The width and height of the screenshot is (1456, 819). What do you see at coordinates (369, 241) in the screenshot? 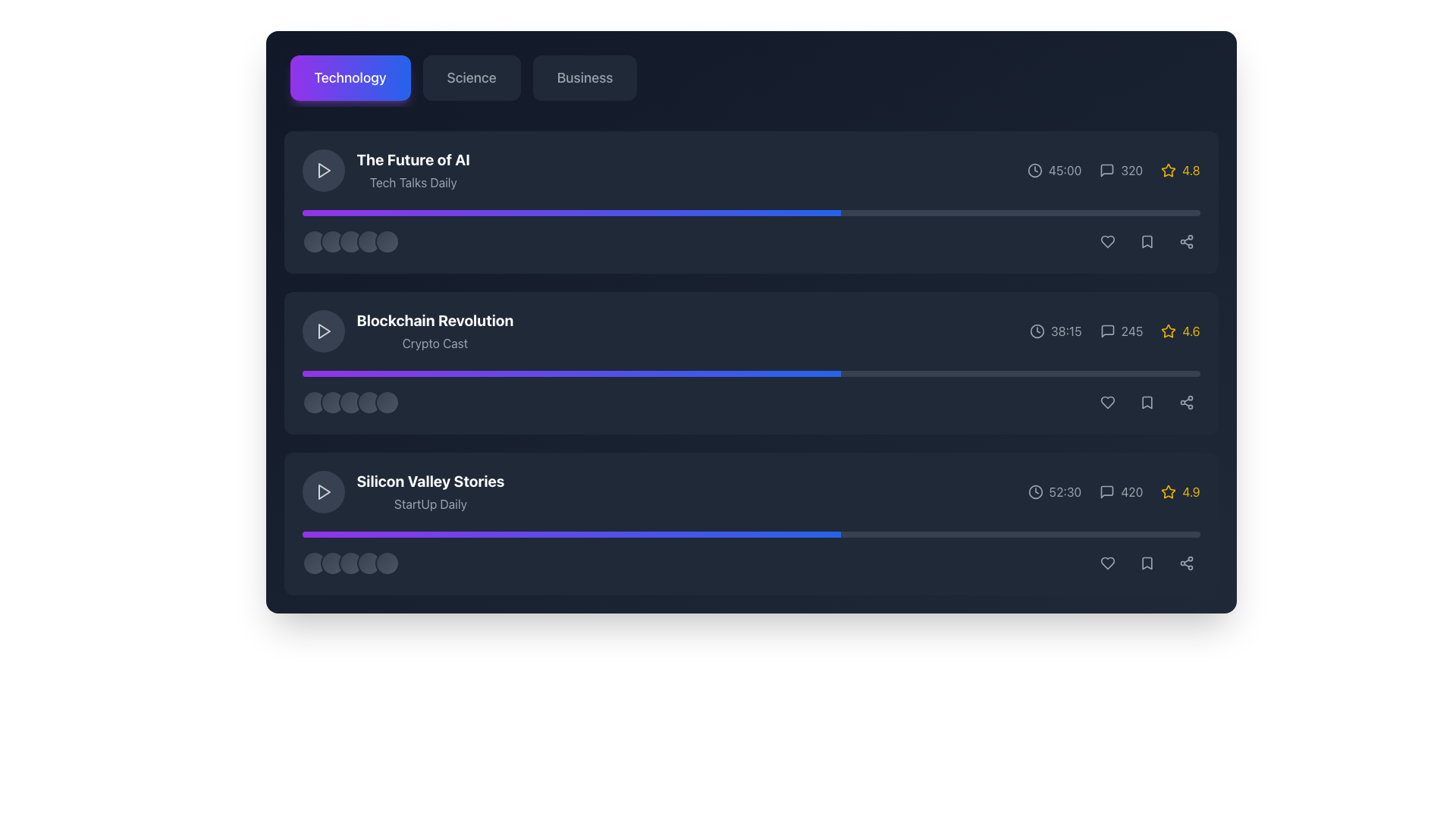
I see `the fourth circular indicator in the row of five circles under the title 'The Future of AI'` at bounding box center [369, 241].